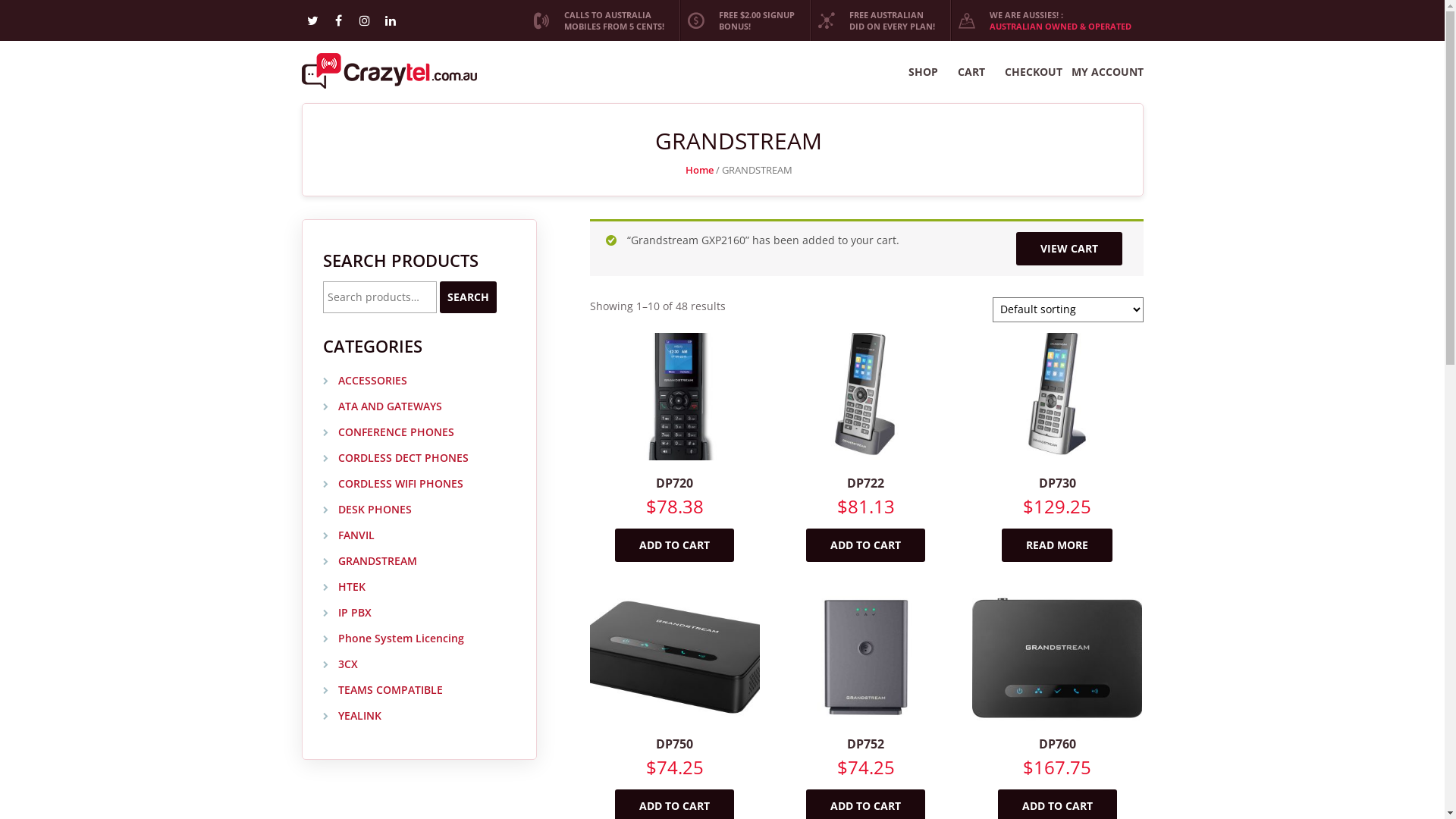 Image resolution: width=1456 pixels, height=819 pixels. What do you see at coordinates (524, 20) in the screenshot?
I see `'CALLS TO AUSTRALIA` at bounding box center [524, 20].